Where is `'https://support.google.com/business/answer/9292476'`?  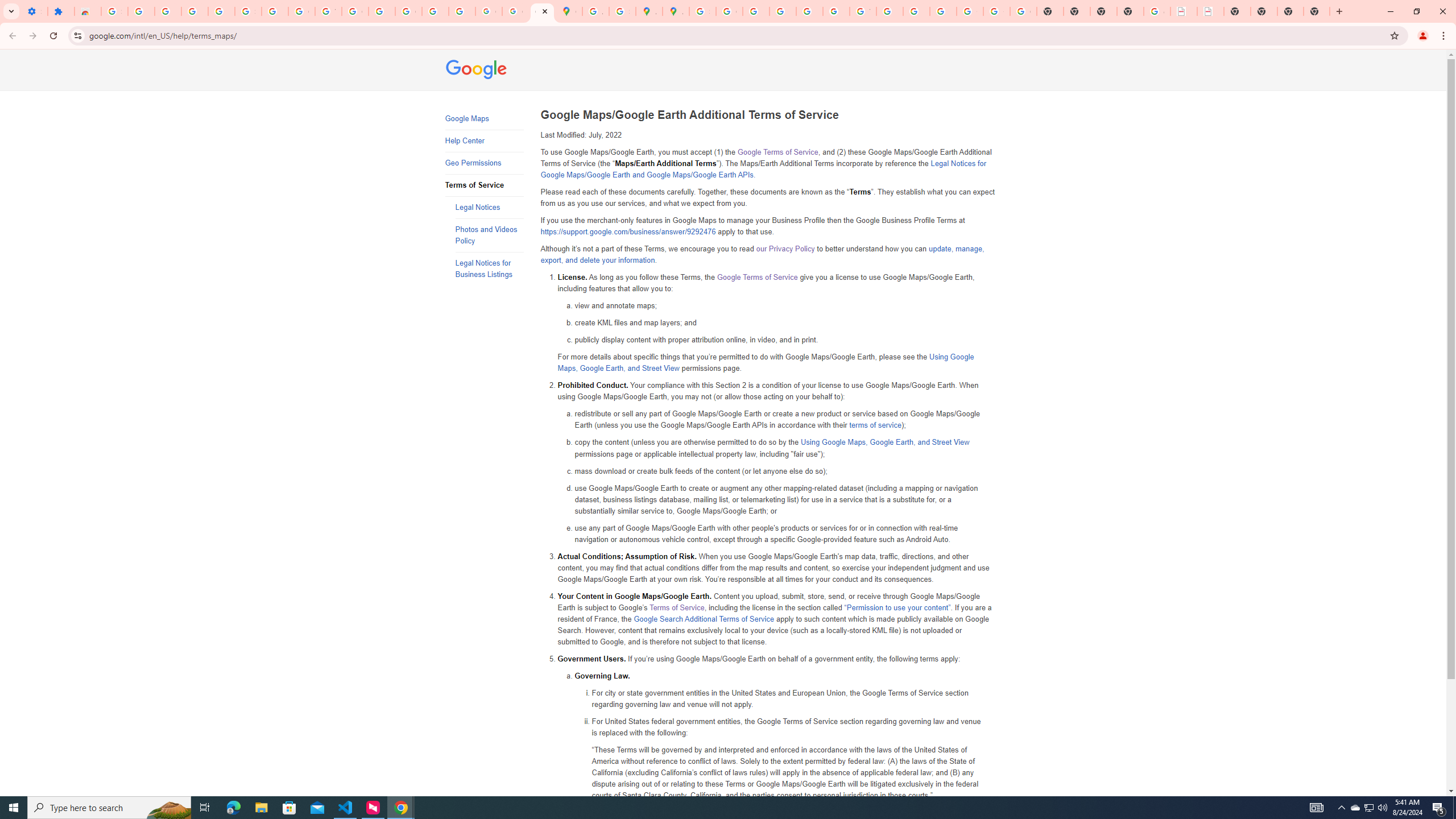 'https://support.google.com/business/answer/9292476' is located at coordinates (628, 231).